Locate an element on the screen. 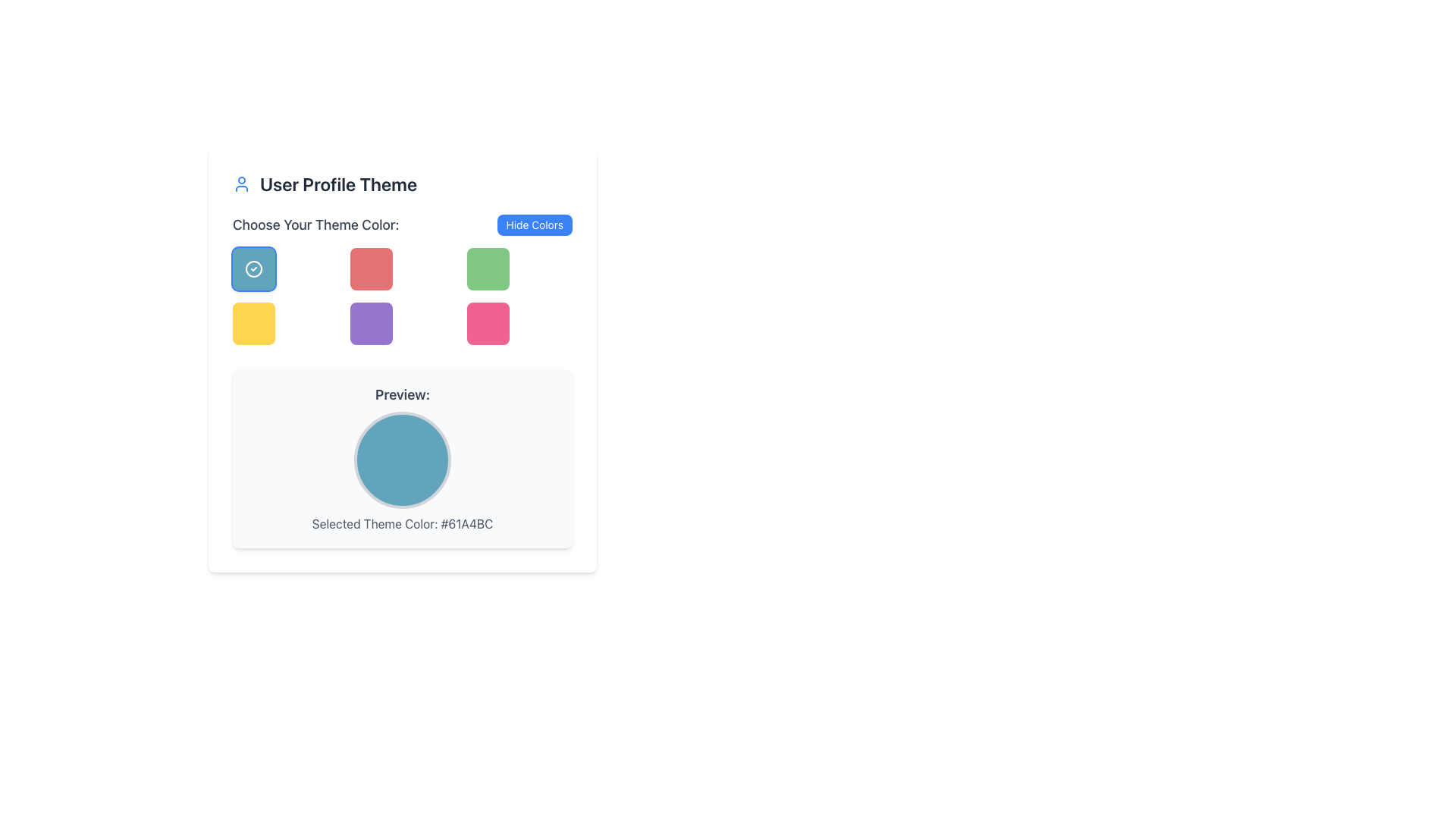 The height and width of the screenshot is (819, 1456). SVG attributes of the circular structure that is part of the first theme color option, located at the center of the SVG graphic near the 'Choose Your Theme Color' heading is located at coordinates (254, 268).